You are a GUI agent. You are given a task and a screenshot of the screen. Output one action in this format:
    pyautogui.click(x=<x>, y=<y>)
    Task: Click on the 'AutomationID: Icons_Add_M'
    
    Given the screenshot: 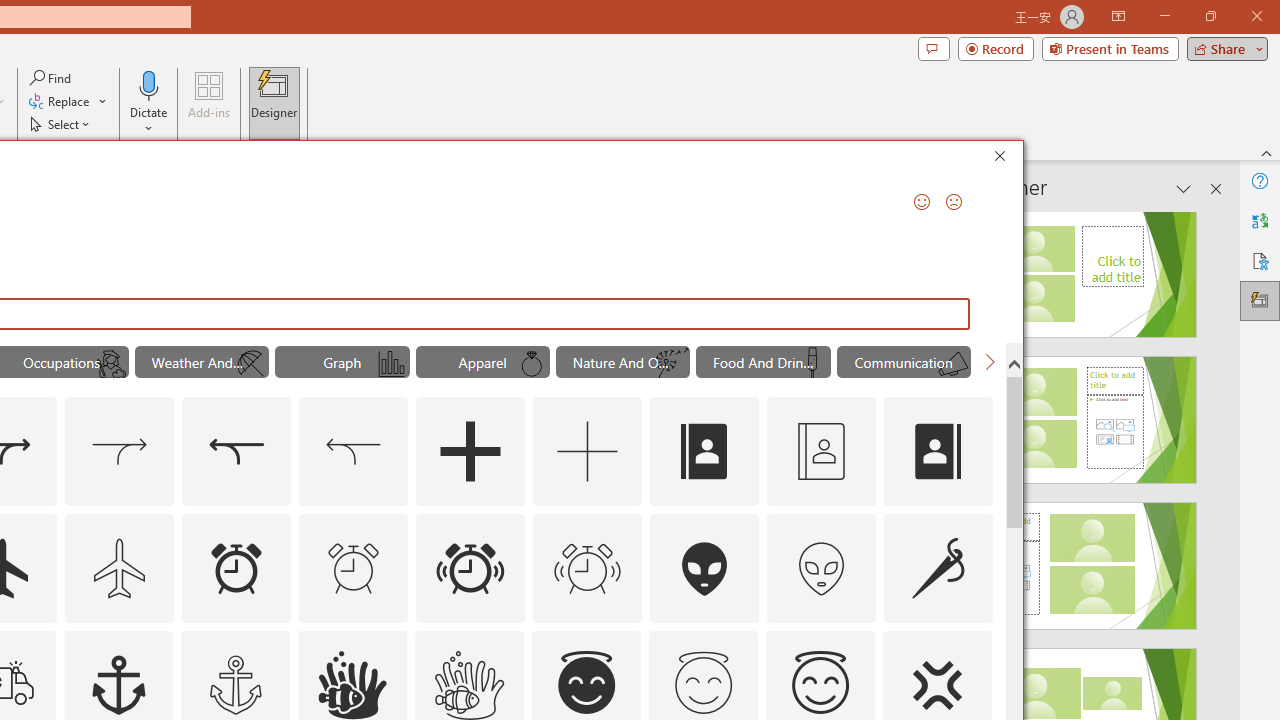 What is the action you would take?
    pyautogui.click(x=587, y=452)
    